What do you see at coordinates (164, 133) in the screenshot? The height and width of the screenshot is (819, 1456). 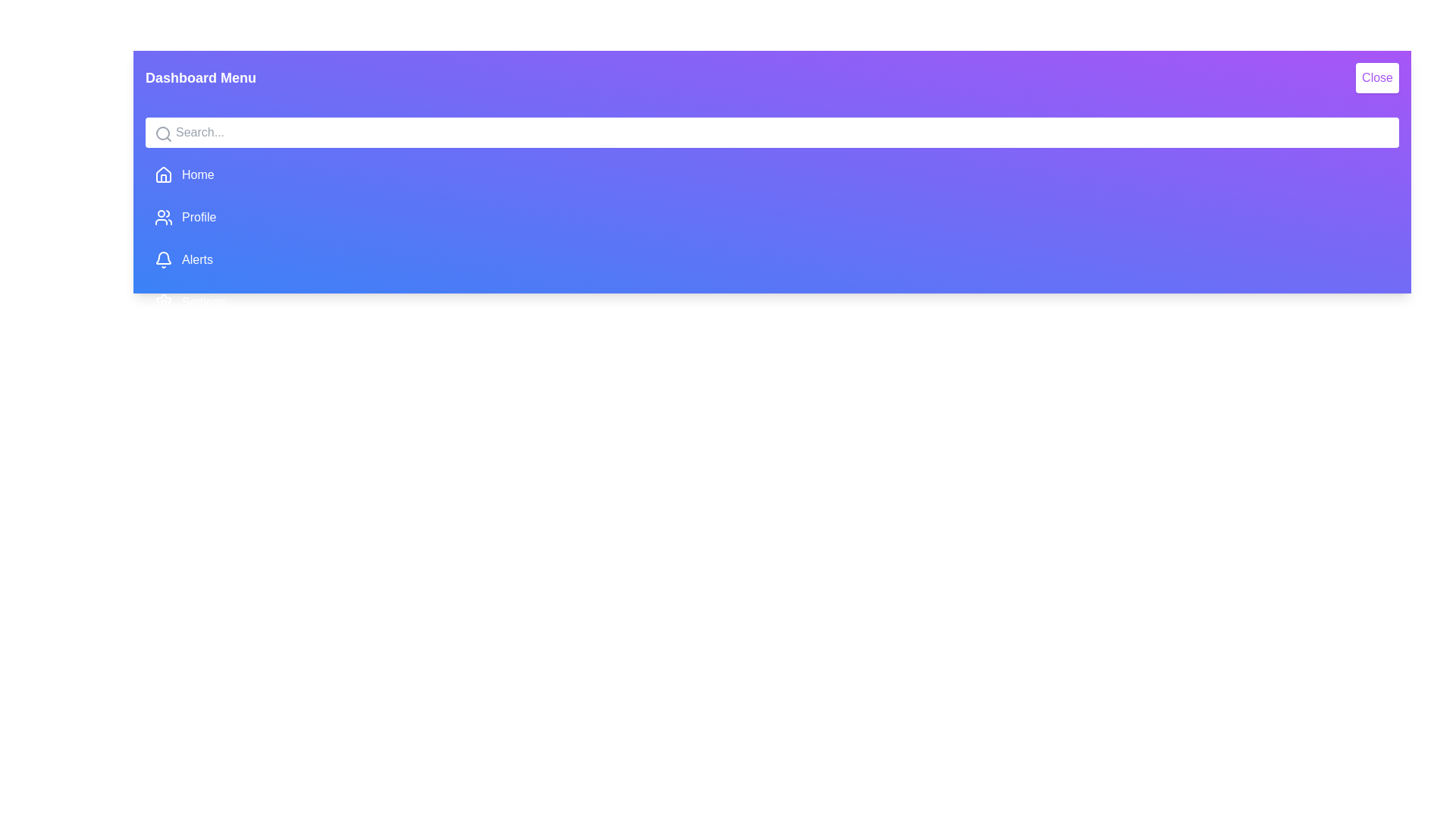 I see `the search icon, which is a magnifying glass located inside the search bar at the far left, adjacent to the placeholder text 'Search...'` at bounding box center [164, 133].